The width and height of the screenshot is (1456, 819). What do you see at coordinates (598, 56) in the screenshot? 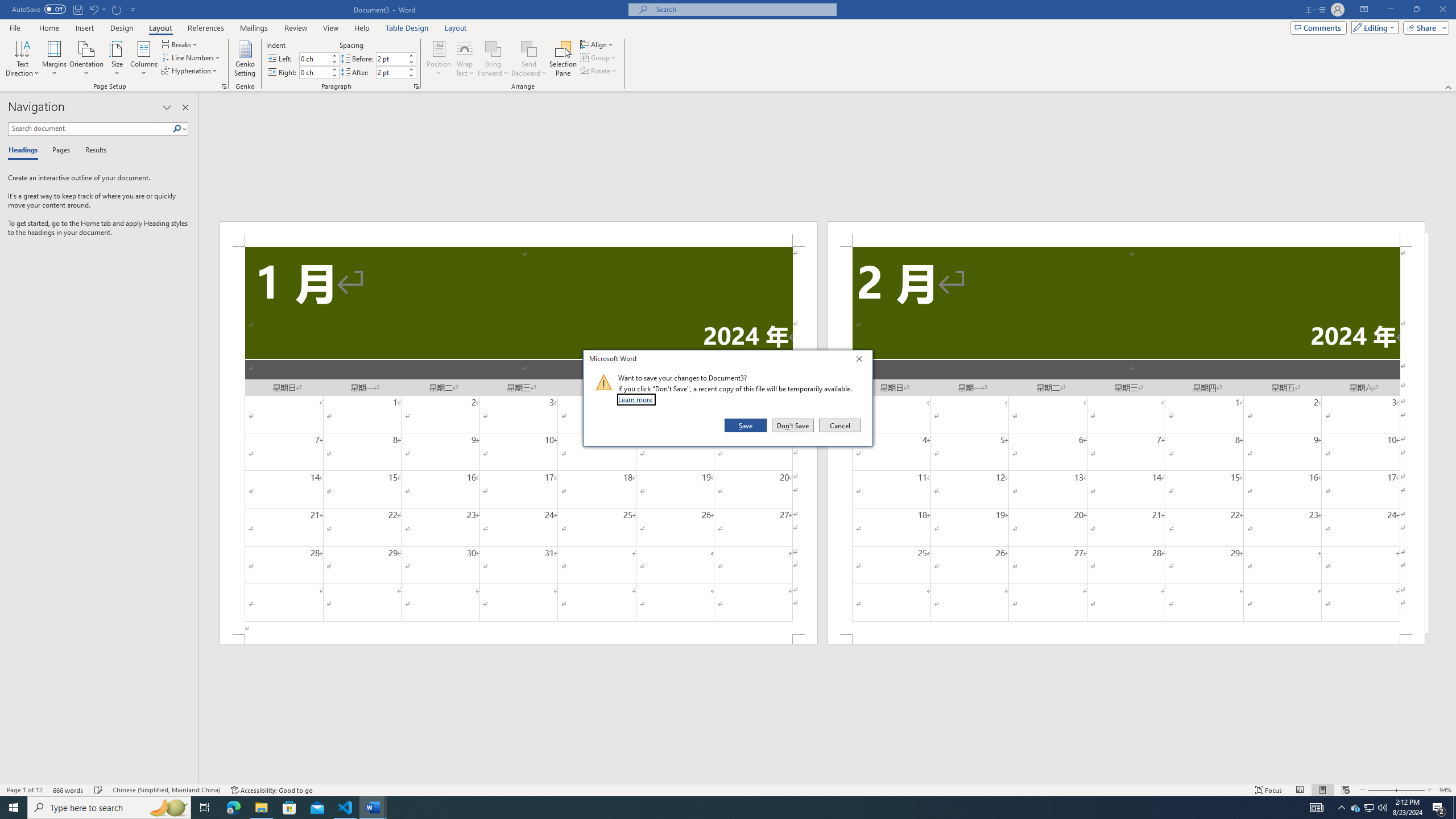
I see `'Group'` at bounding box center [598, 56].